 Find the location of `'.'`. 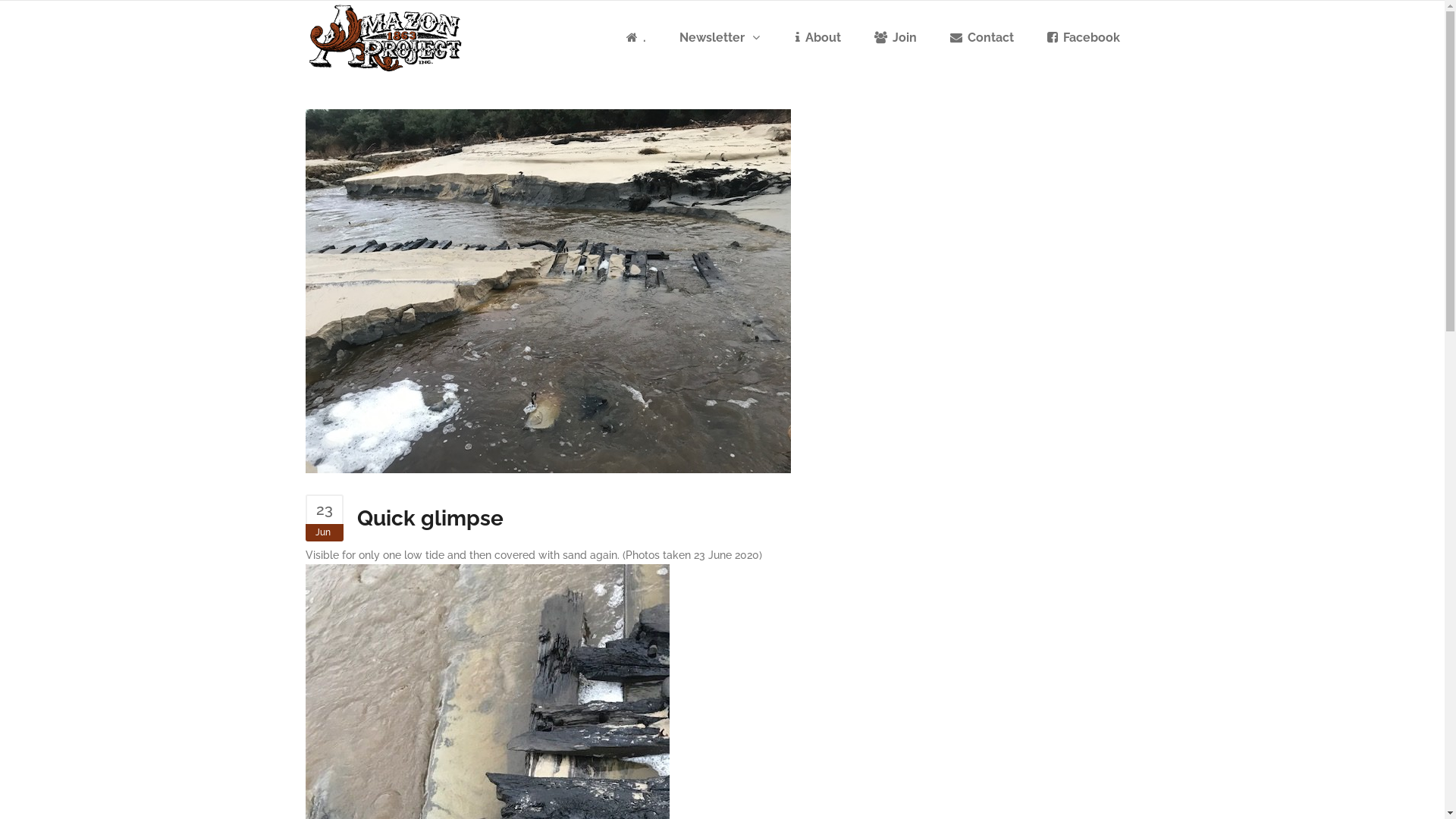

'.' is located at coordinates (636, 37).